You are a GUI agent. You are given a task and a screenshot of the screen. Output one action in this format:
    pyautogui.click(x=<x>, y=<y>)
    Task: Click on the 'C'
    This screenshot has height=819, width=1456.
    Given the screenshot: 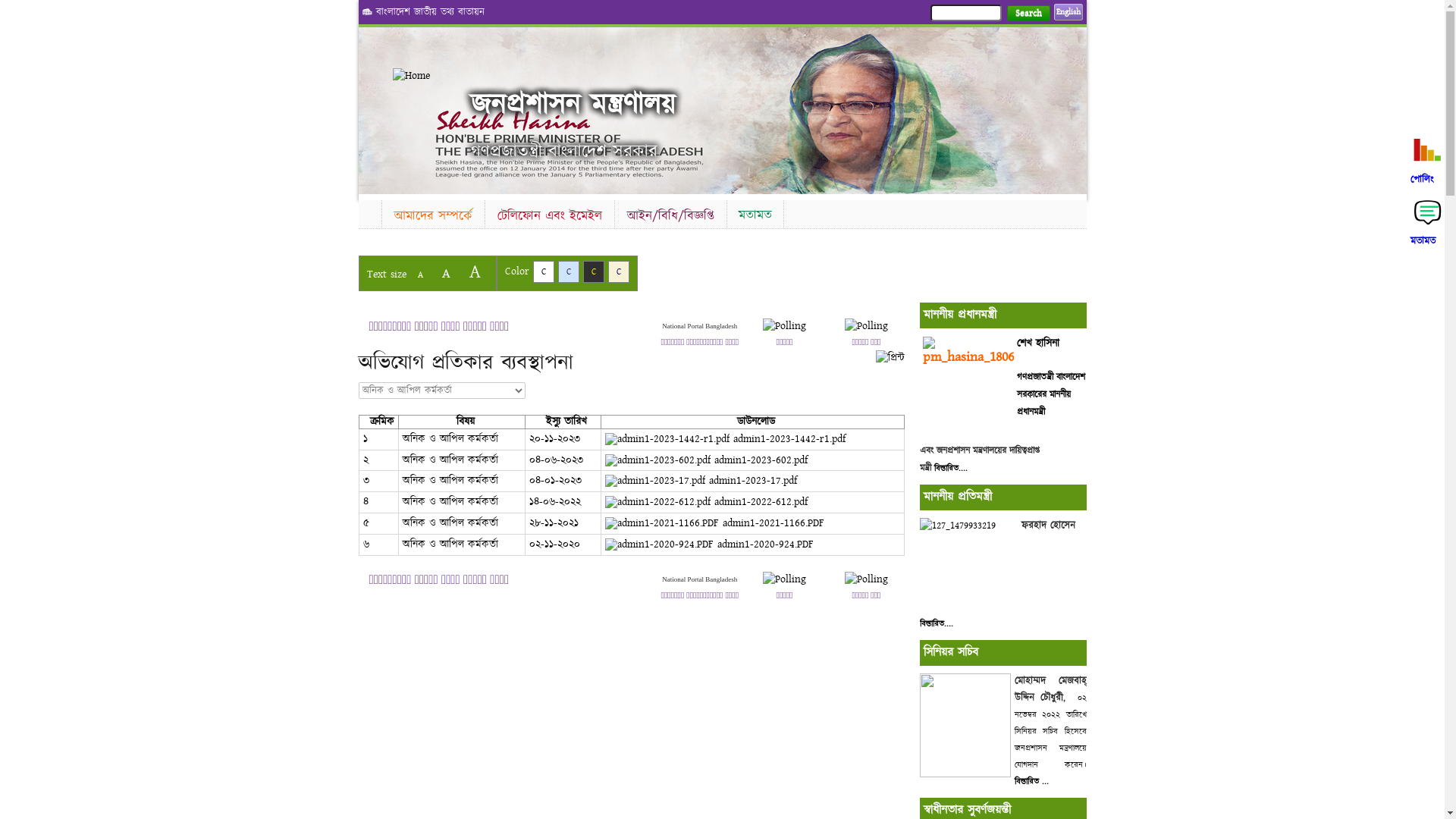 What is the action you would take?
    pyautogui.click(x=567, y=271)
    